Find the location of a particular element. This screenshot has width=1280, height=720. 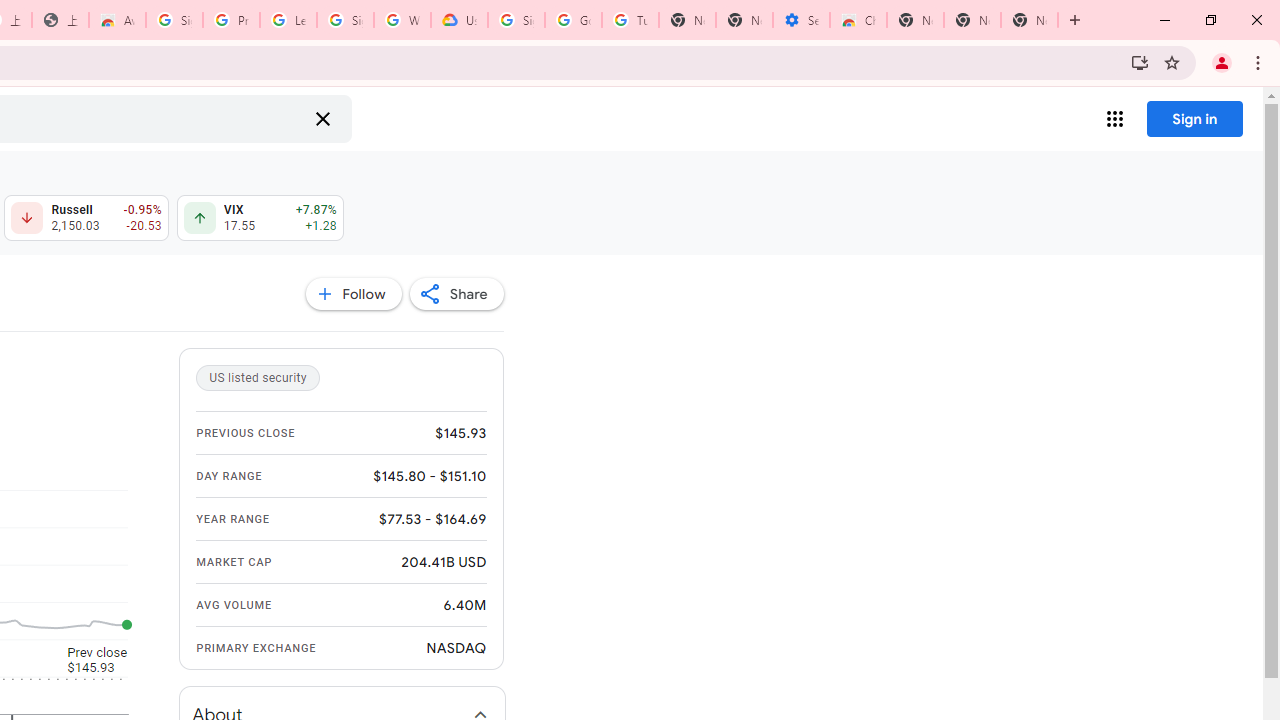

'New Tab' is located at coordinates (1029, 20).